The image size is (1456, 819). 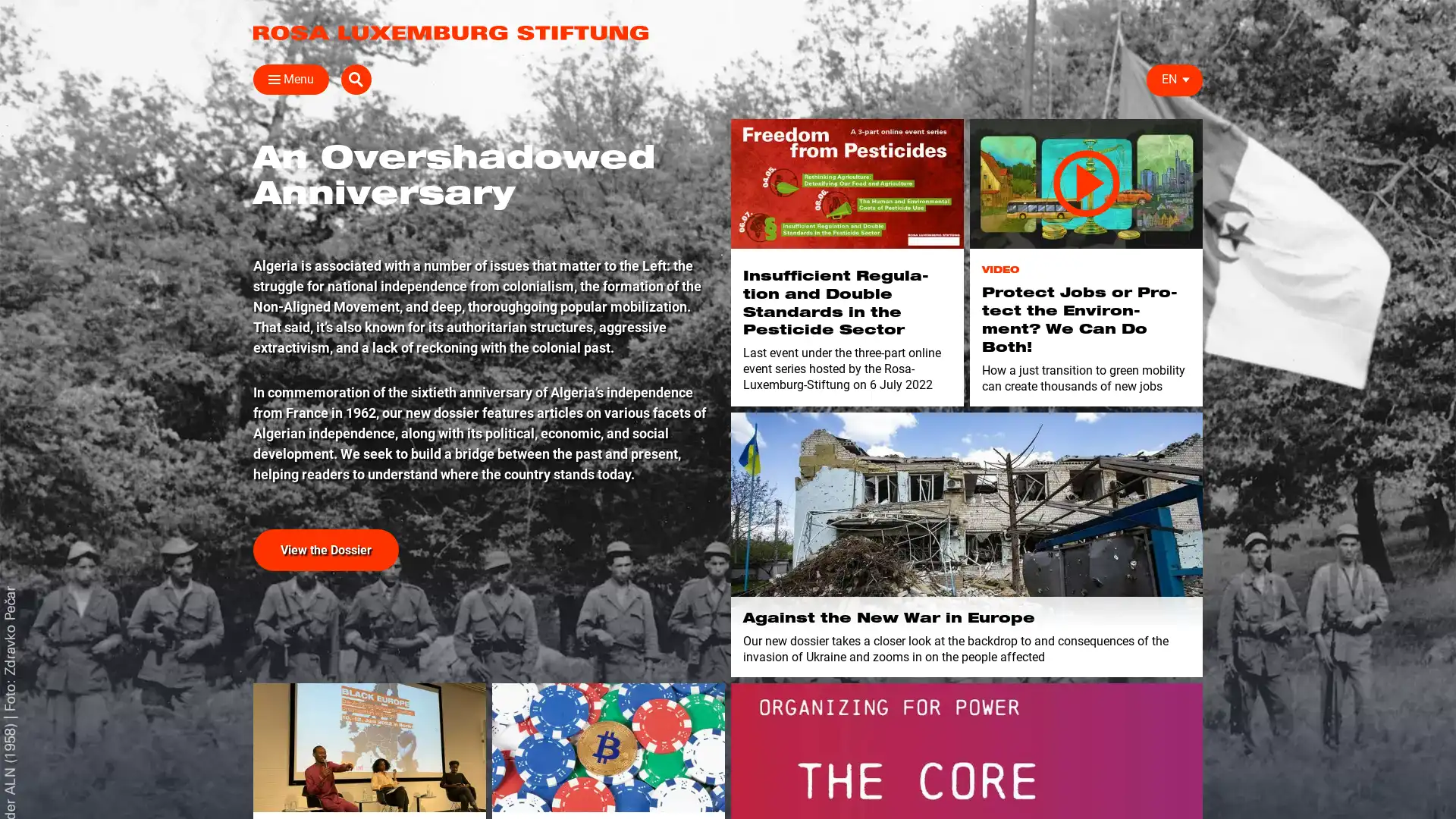 What do you see at coordinates (246, 348) in the screenshot?
I see `Show more / less` at bounding box center [246, 348].